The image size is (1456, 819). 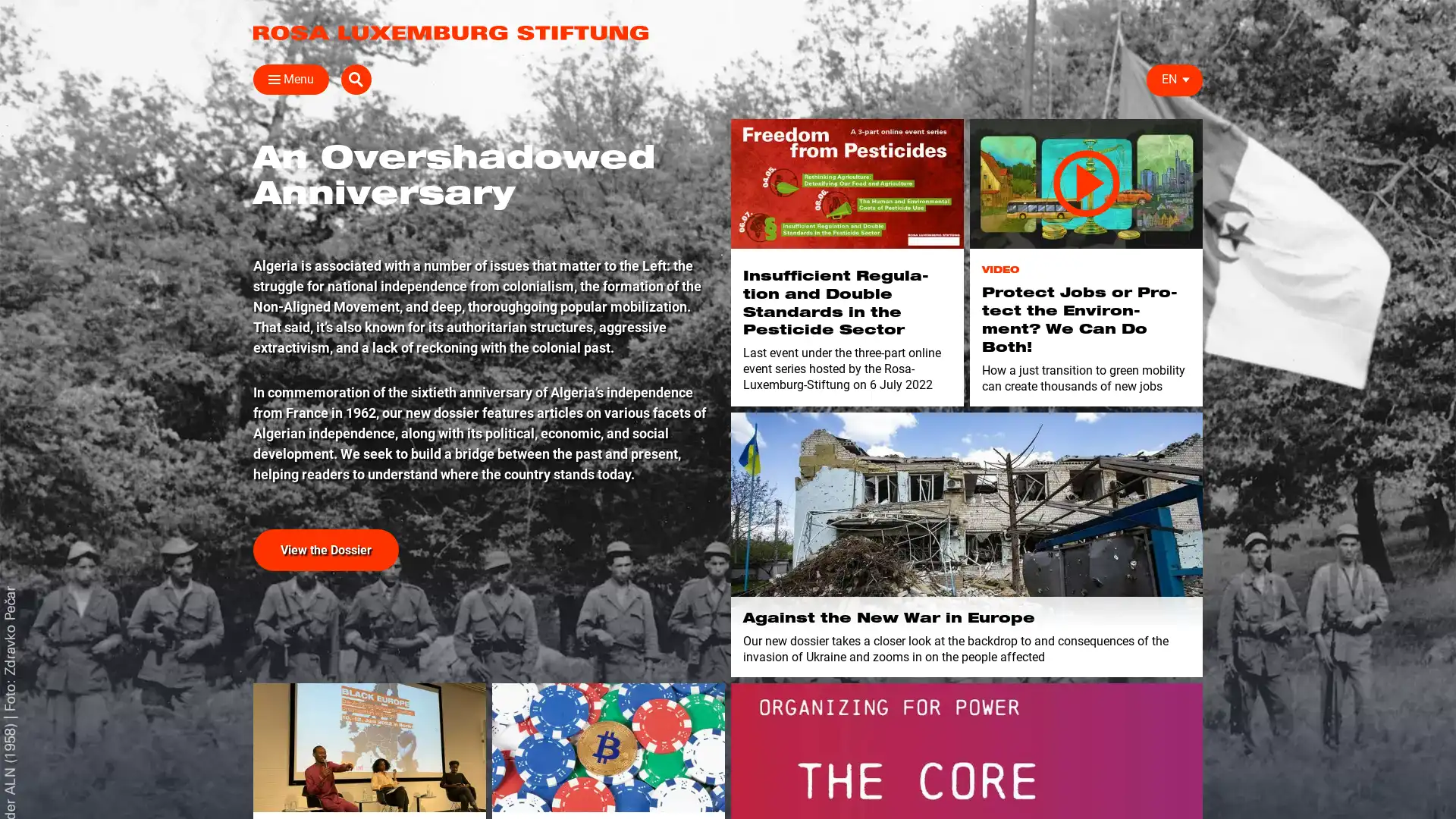 What do you see at coordinates (246, 348) in the screenshot?
I see `Show more / less` at bounding box center [246, 348].